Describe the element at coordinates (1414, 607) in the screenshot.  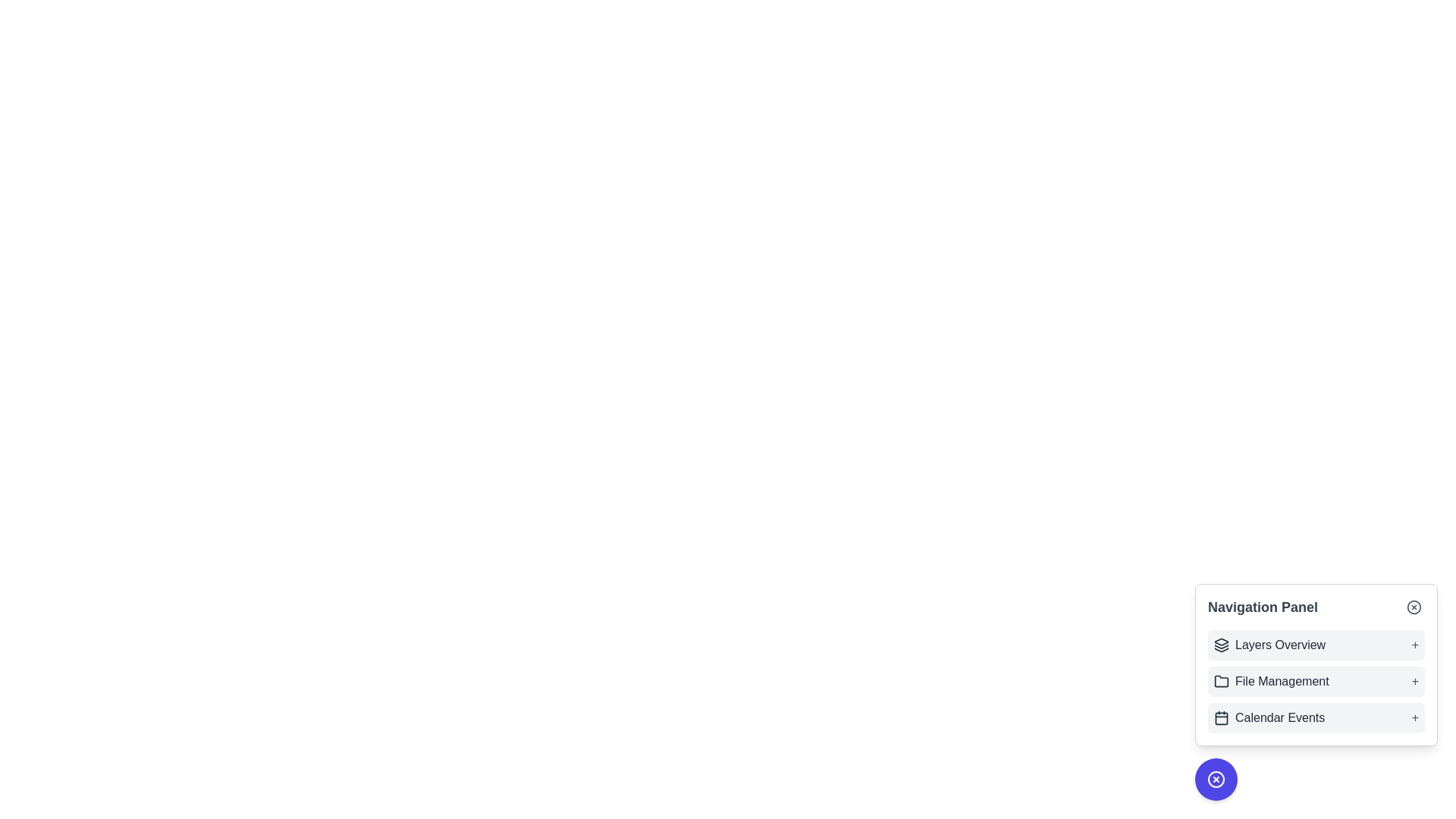
I see `the circular 'X' button located at the upper-right corner of the 'Navigation Panel'` at that location.